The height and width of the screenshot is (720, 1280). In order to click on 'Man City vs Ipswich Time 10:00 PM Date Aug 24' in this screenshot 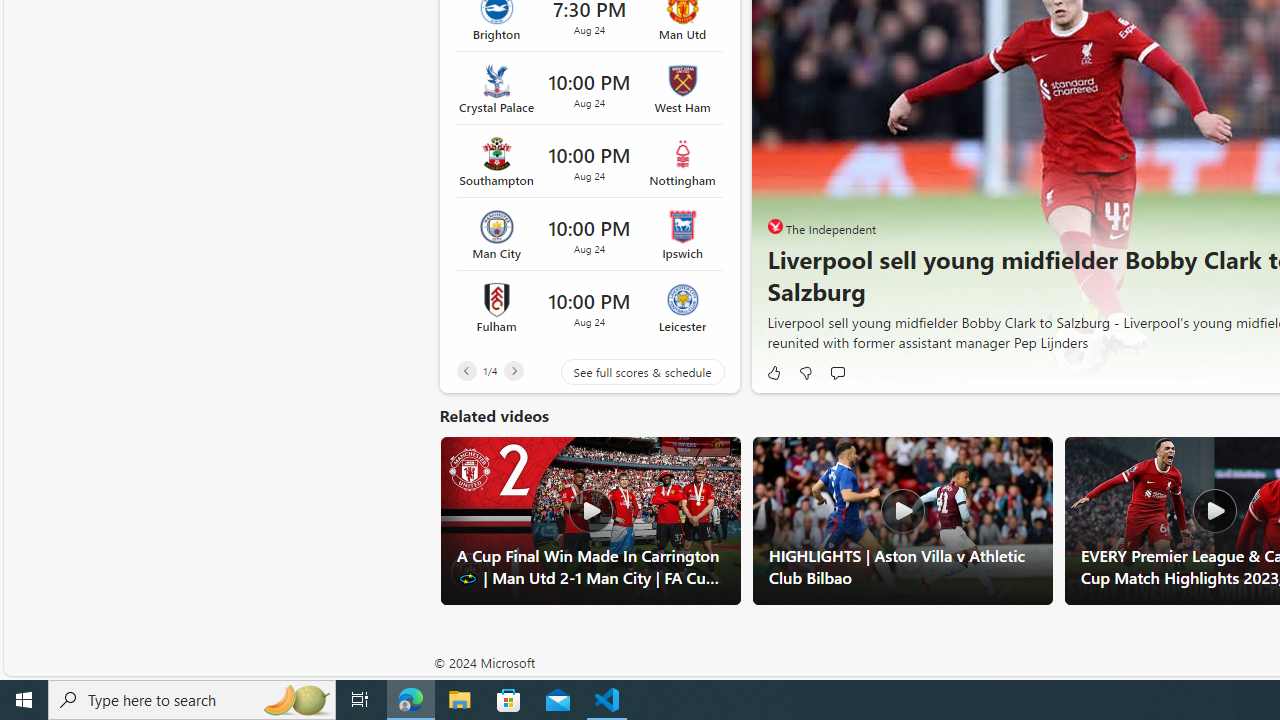, I will do `click(588, 234)`.